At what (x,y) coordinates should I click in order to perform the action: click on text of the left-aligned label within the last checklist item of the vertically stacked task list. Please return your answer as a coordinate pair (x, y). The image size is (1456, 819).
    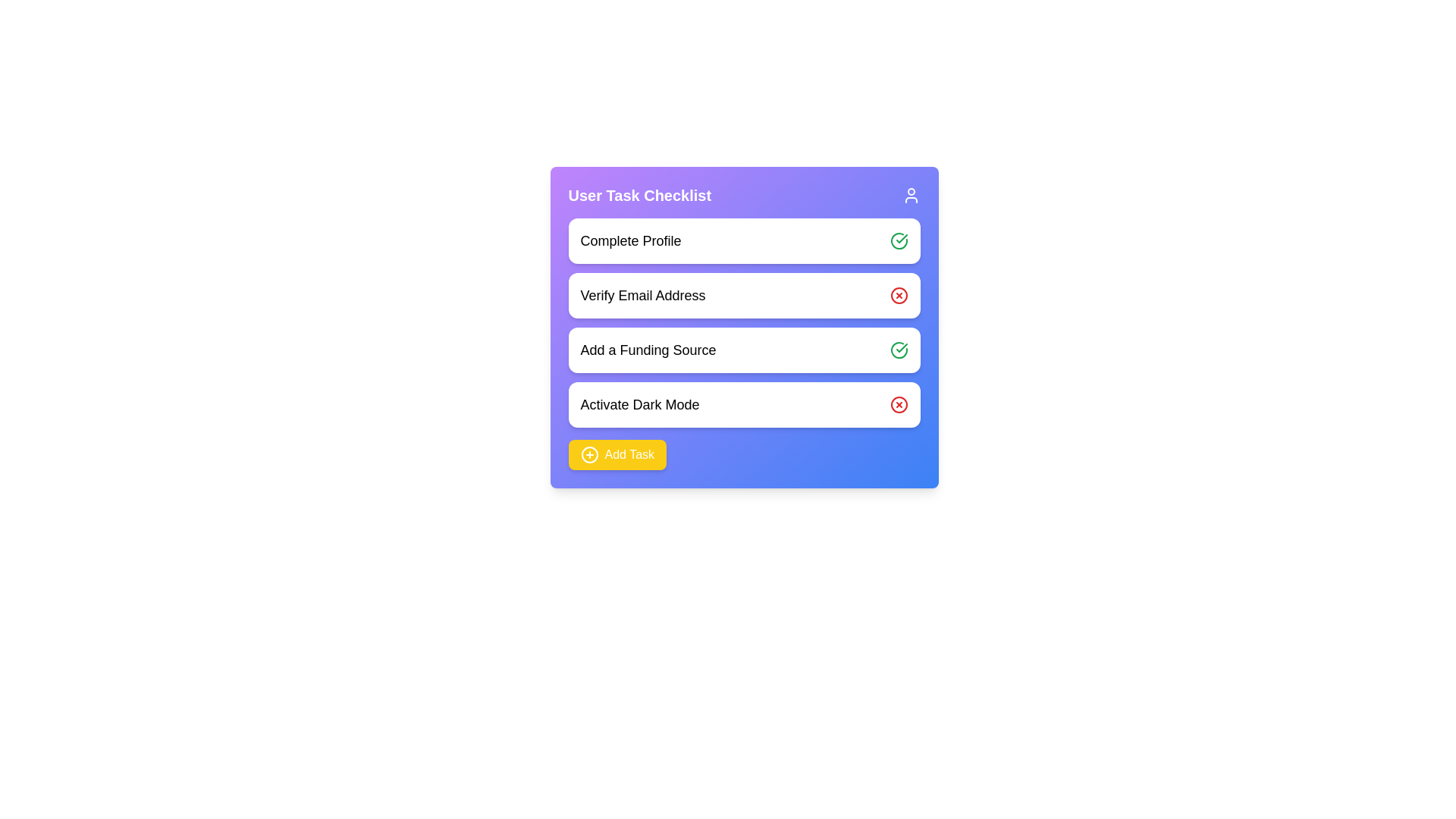
    Looking at the image, I should click on (640, 403).